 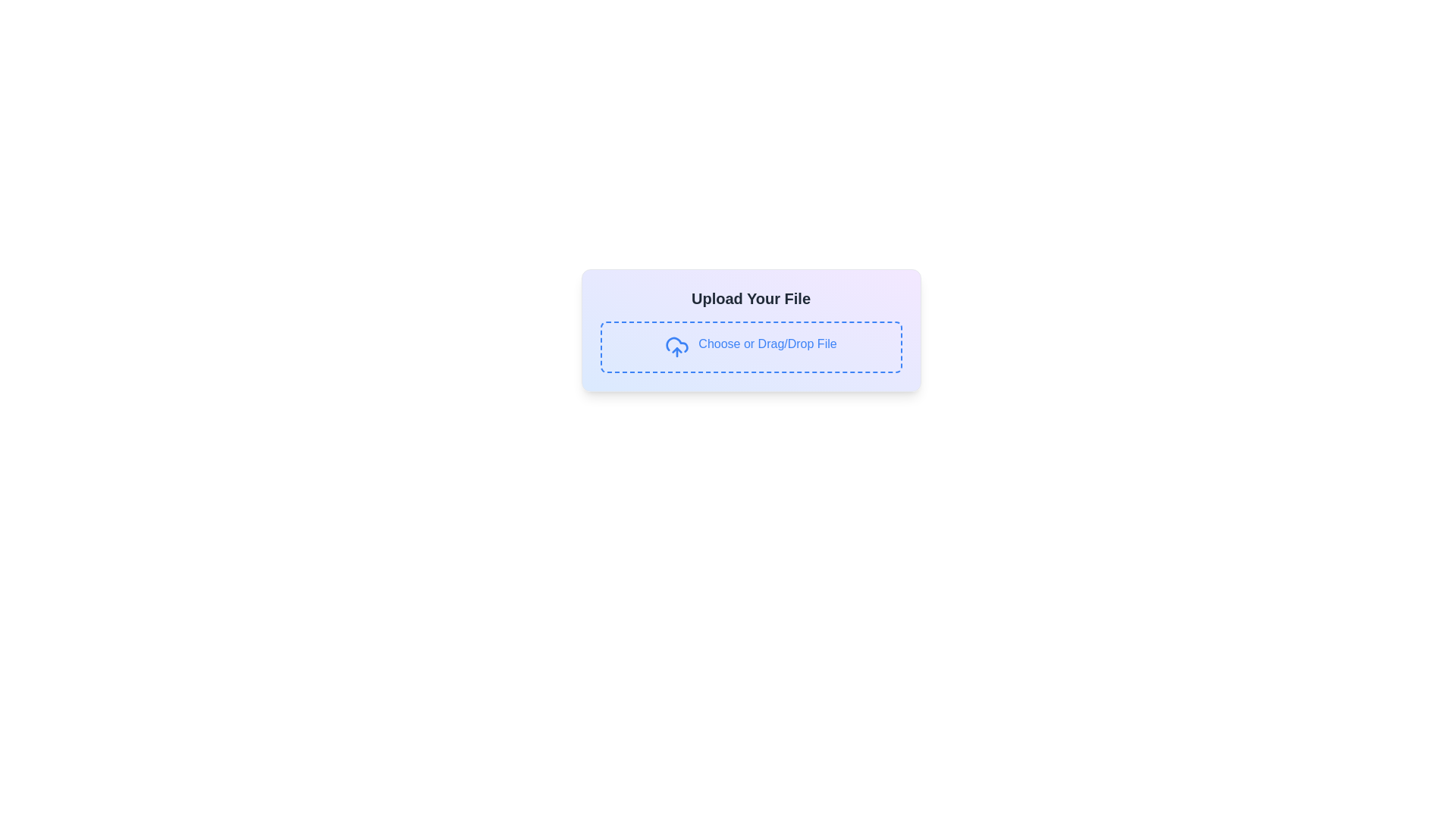 I want to click on and drop files onto the Dropzone/File Upload Area, which features a gradient background and a title reading 'Upload Your File', so click(x=751, y=329).